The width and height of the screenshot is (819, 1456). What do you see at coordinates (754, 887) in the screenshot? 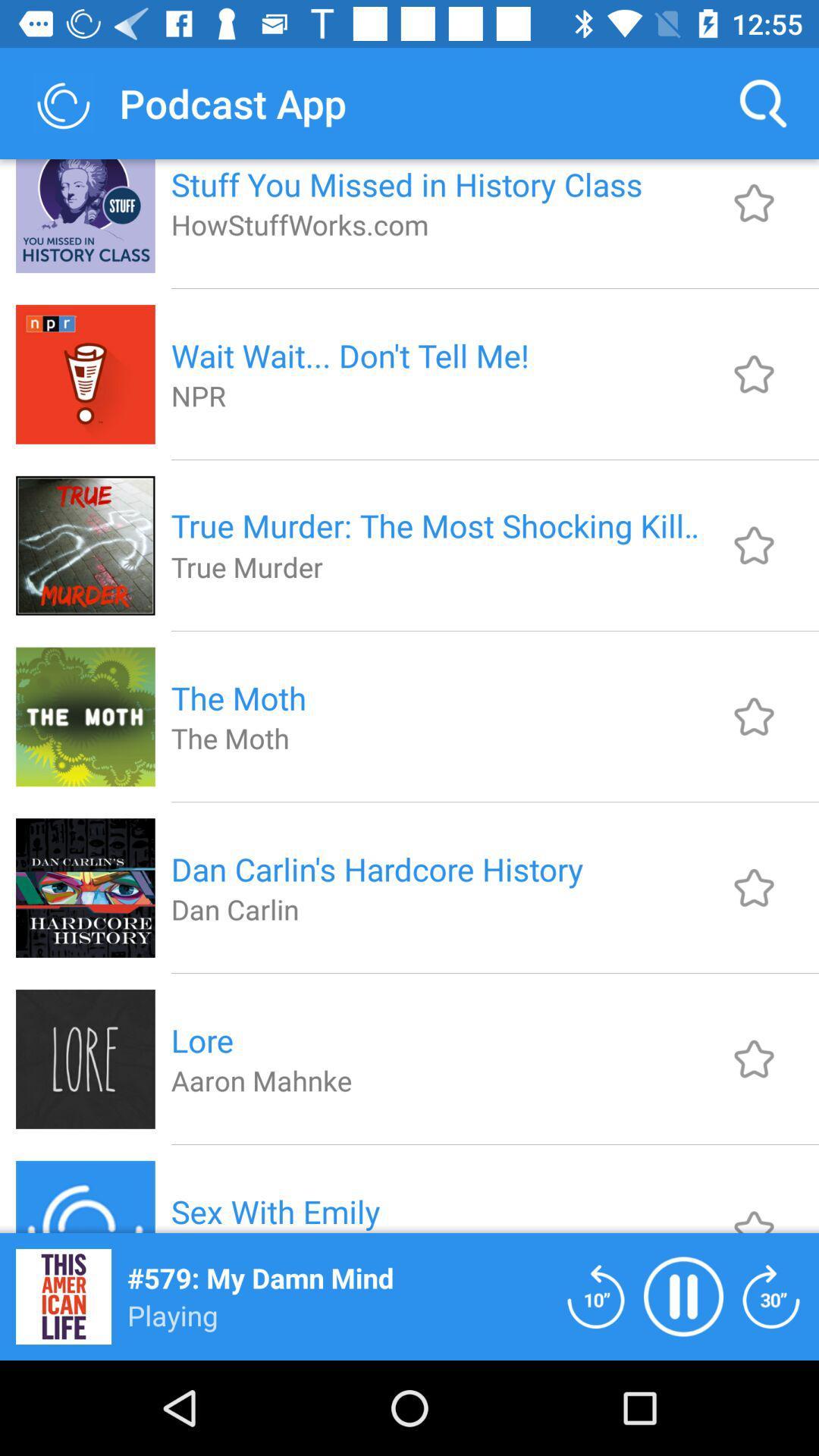
I see `podcast` at bounding box center [754, 887].